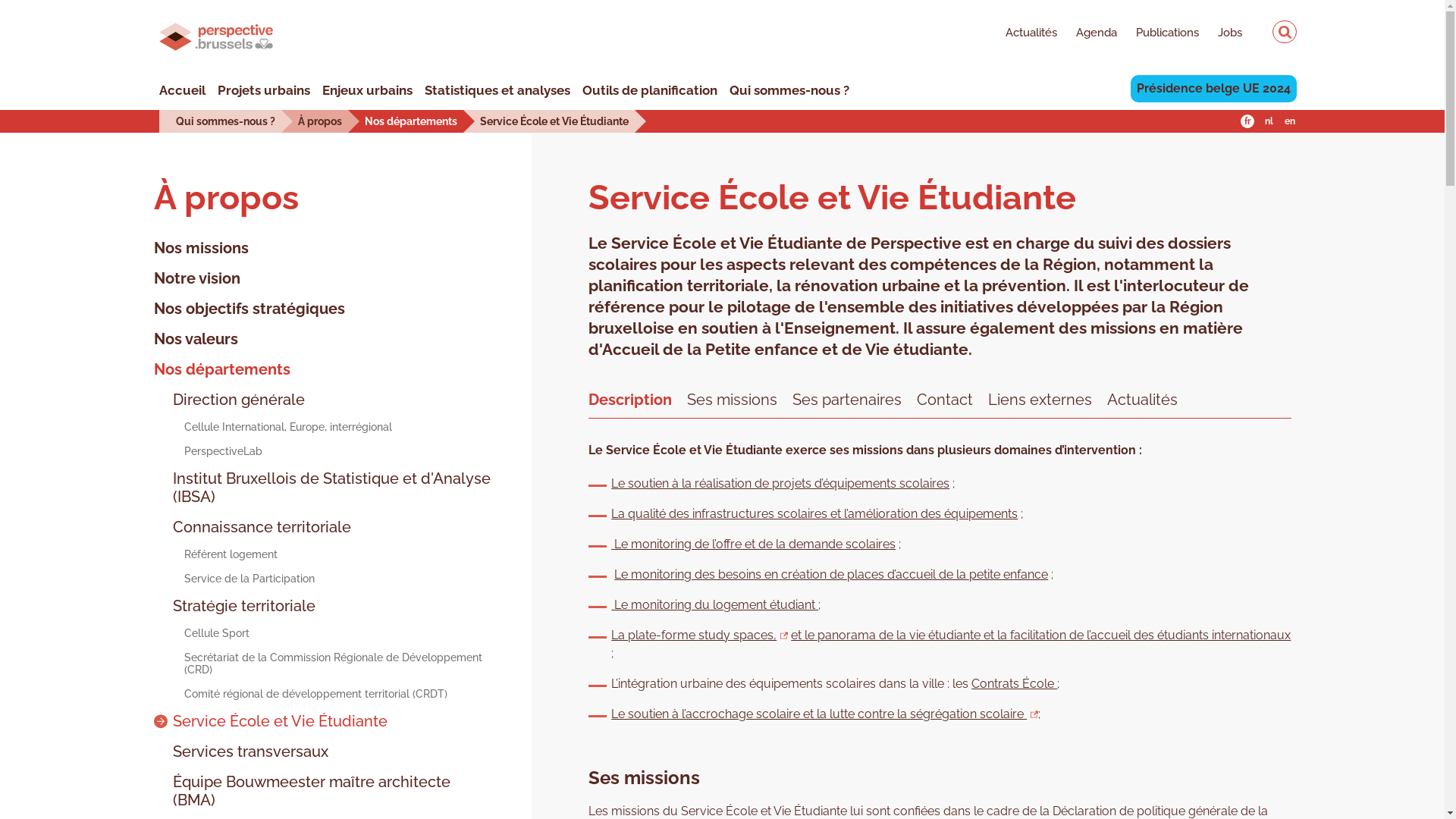  What do you see at coordinates (1247, 120) in the screenshot?
I see `'fr'` at bounding box center [1247, 120].